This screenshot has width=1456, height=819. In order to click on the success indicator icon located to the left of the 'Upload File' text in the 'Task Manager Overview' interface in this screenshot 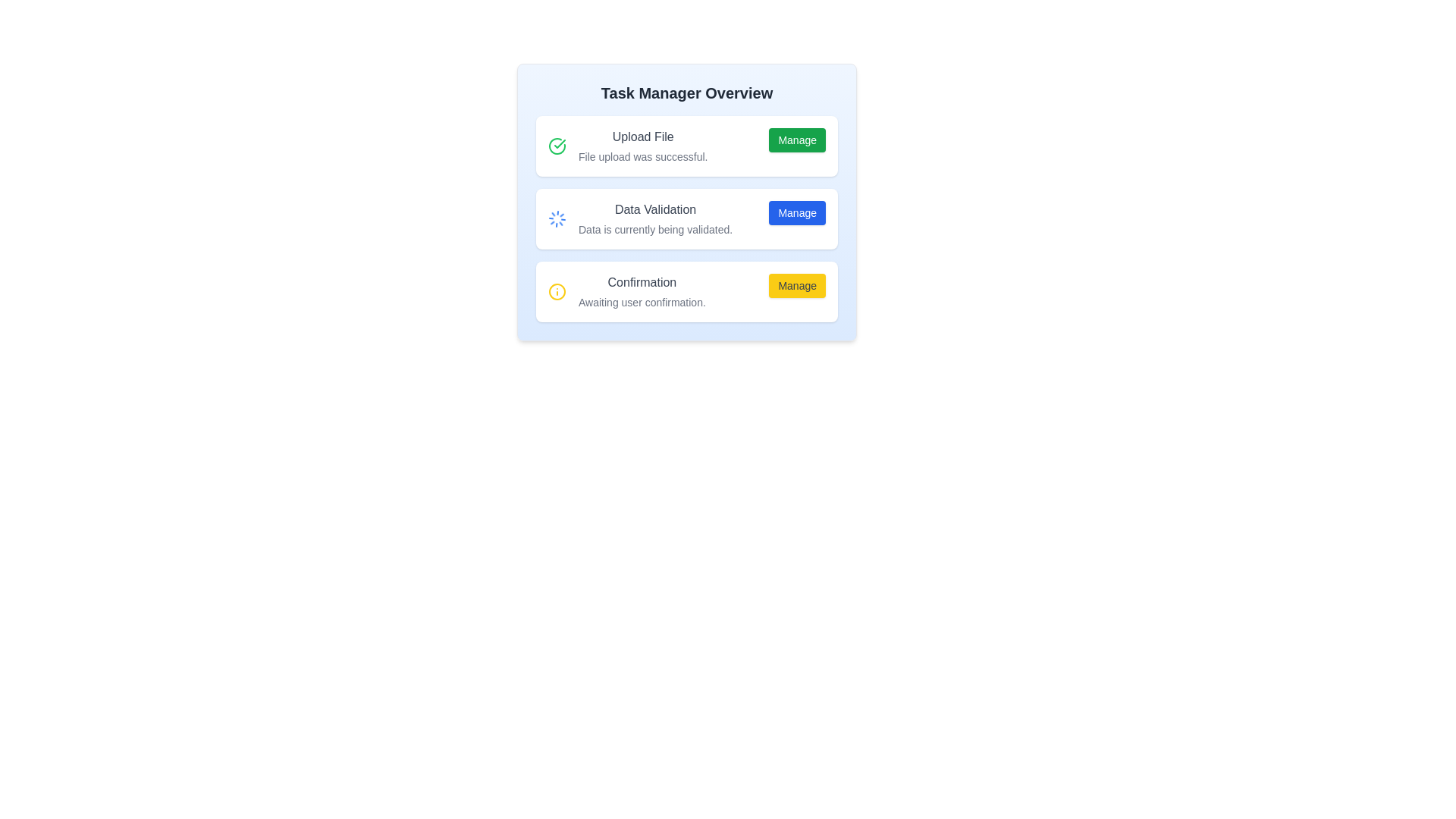, I will do `click(556, 146)`.